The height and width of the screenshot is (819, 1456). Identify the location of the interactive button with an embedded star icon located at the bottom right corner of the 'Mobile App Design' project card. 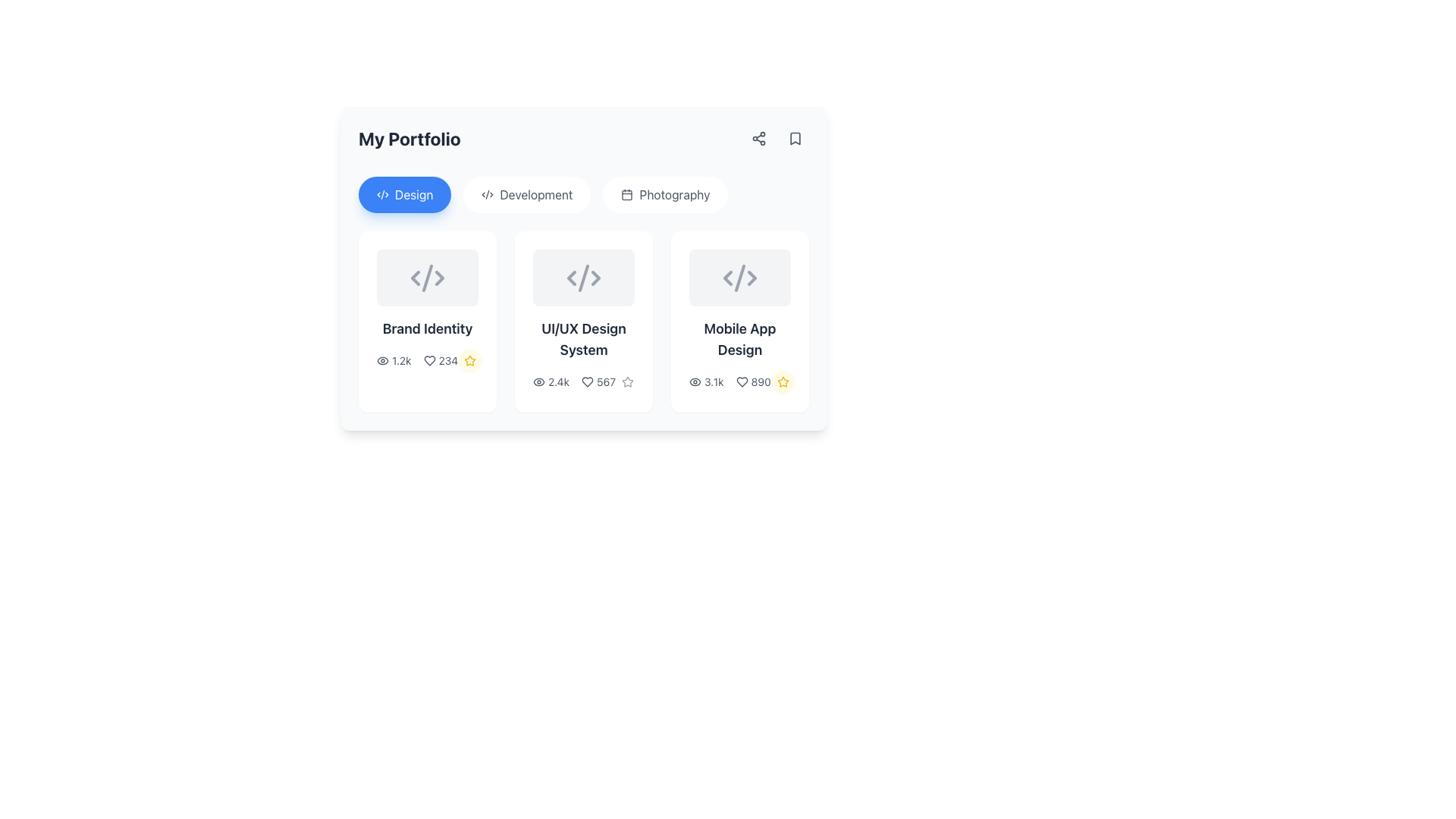
(783, 381).